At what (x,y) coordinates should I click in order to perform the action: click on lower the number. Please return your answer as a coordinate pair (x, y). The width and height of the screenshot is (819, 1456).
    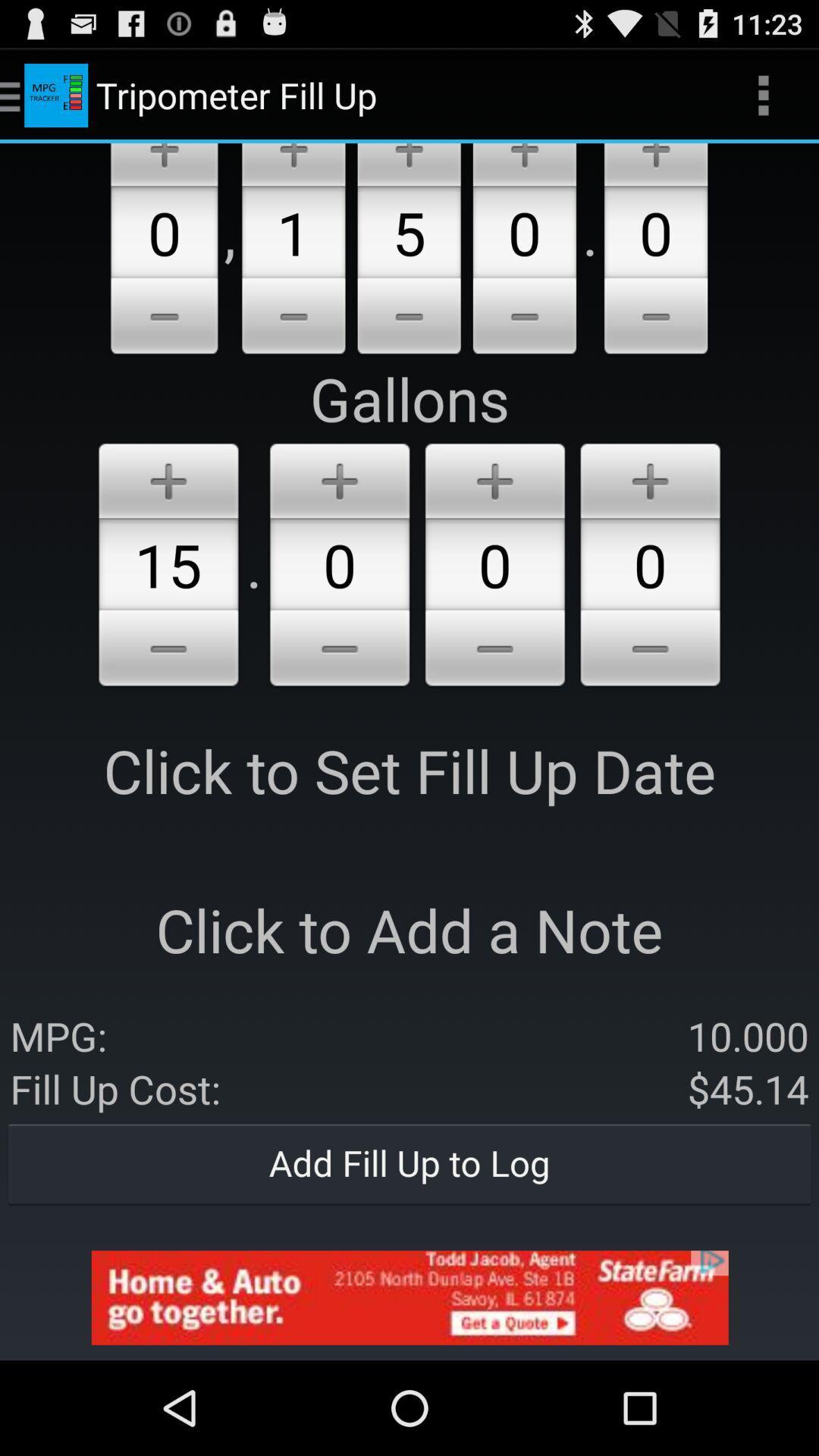
    Looking at the image, I should click on (164, 318).